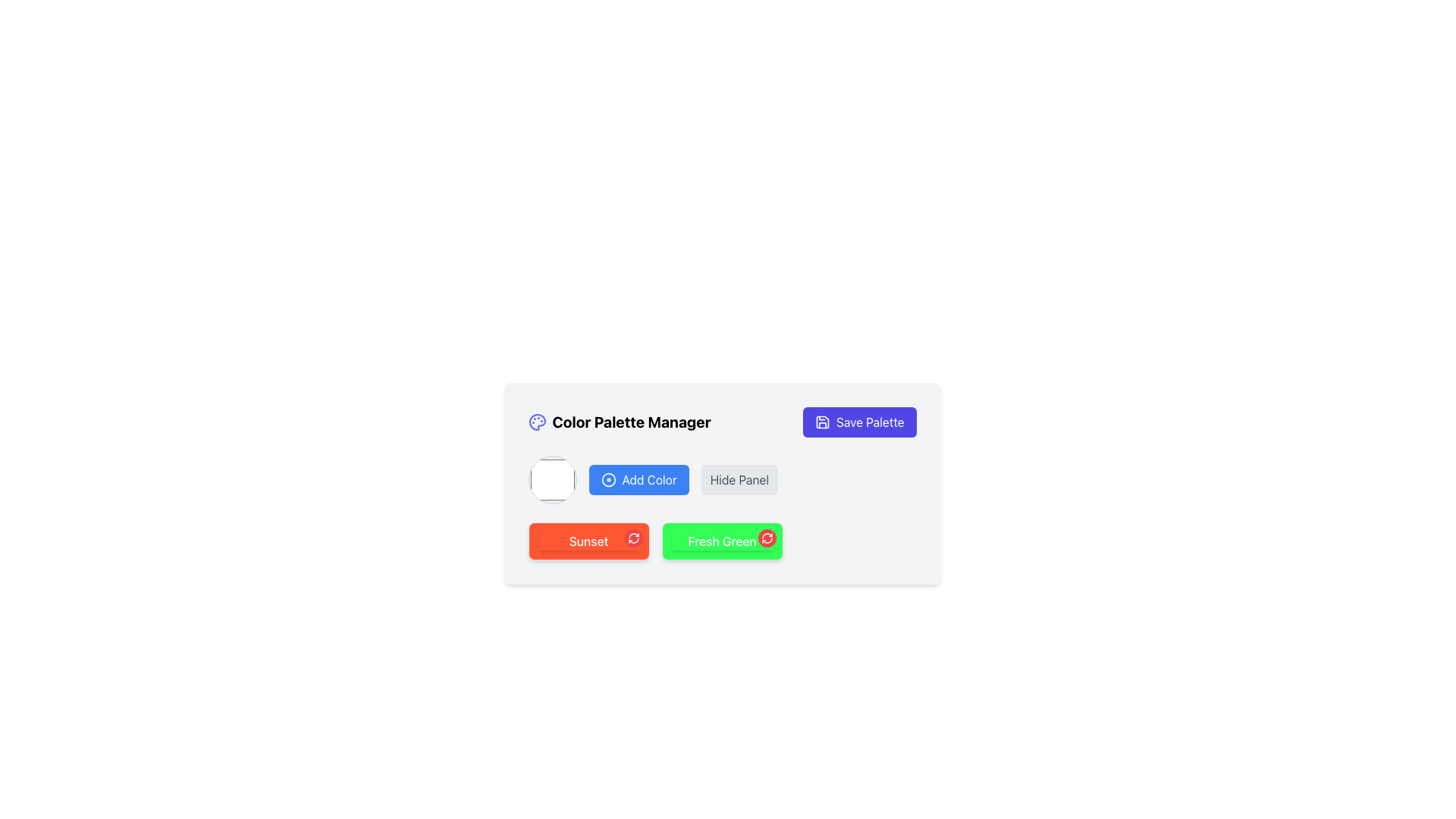 The height and width of the screenshot is (819, 1456). Describe the element at coordinates (588, 540) in the screenshot. I see `the leftmost button labeled 'Sunset' to potentially see a tooltip or additional information` at that location.